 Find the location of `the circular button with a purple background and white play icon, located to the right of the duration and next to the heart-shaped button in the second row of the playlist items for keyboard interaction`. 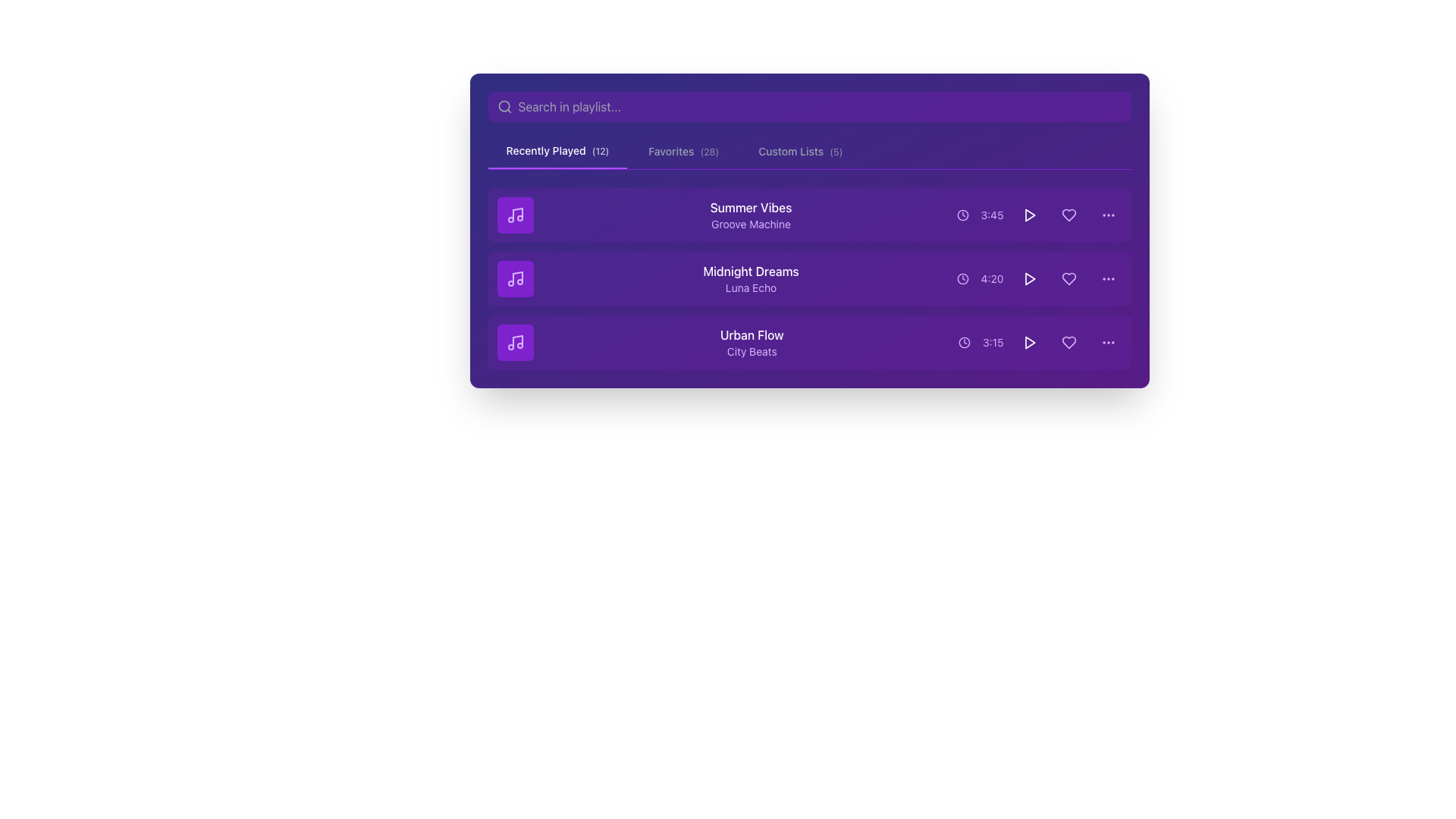

the circular button with a purple background and white play icon, located to the right of the duration and next to the heart-shaped button in the second row of the playlist items for keyboard interaction is located at coordinates (1029, 278).